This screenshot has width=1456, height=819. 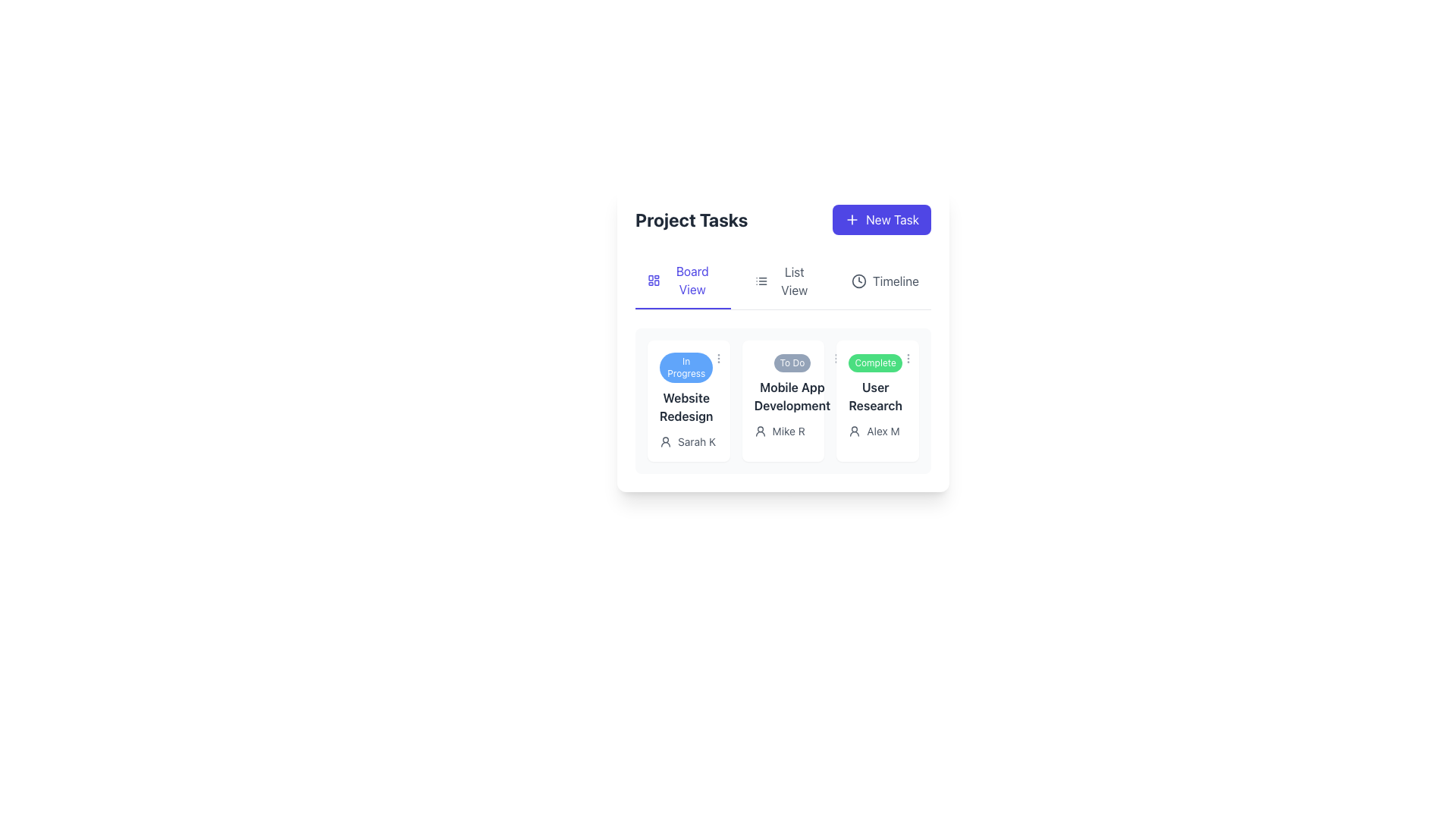 I want to click on the text block displaying 'Sarah K' with a user silhouette icon, located under the 'Website Redesign' section of the 'Project Tasks' panel, so click(x=688, y=441).